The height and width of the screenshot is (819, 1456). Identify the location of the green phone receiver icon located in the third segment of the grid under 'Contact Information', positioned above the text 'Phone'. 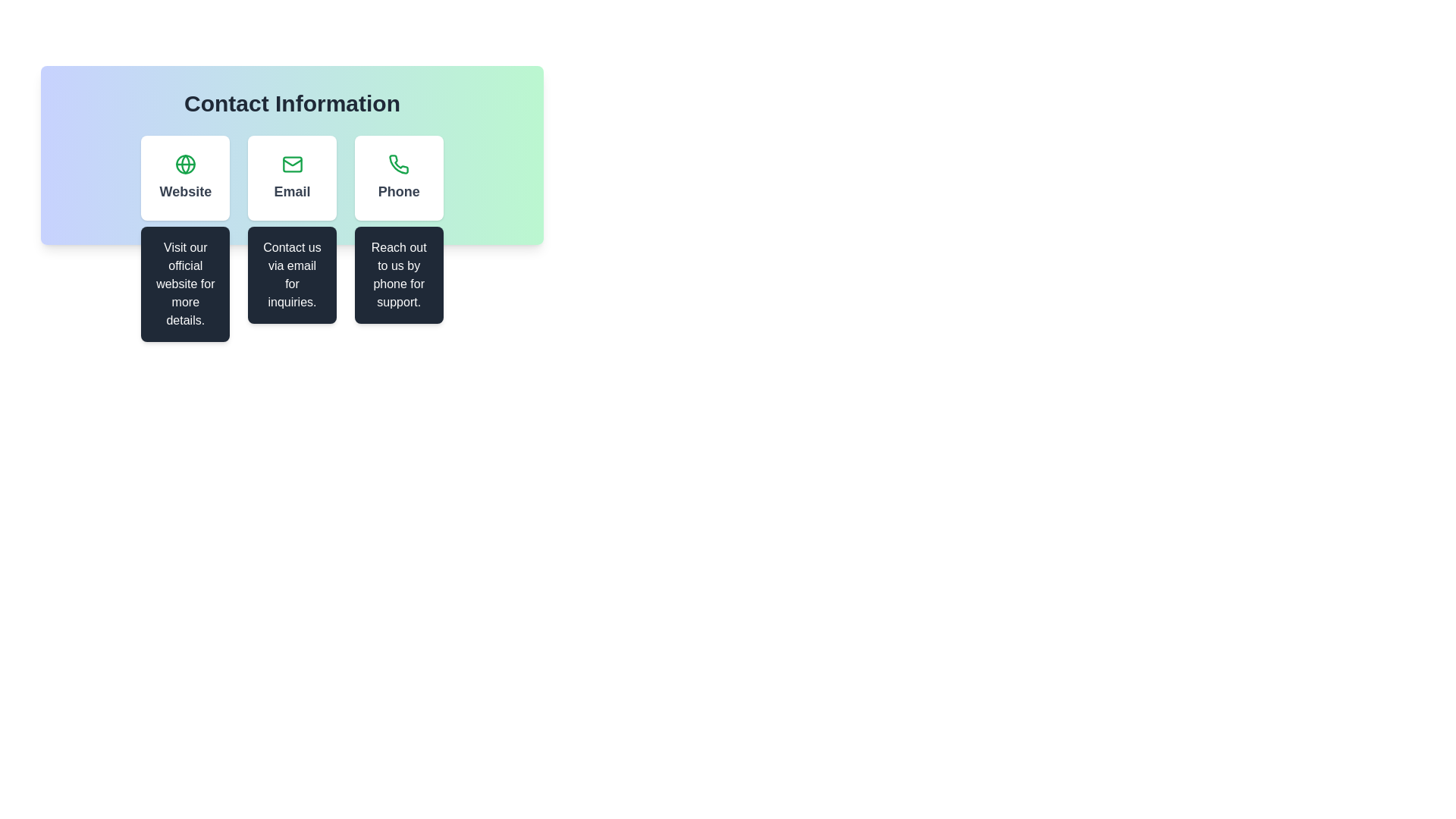
(399, 164).